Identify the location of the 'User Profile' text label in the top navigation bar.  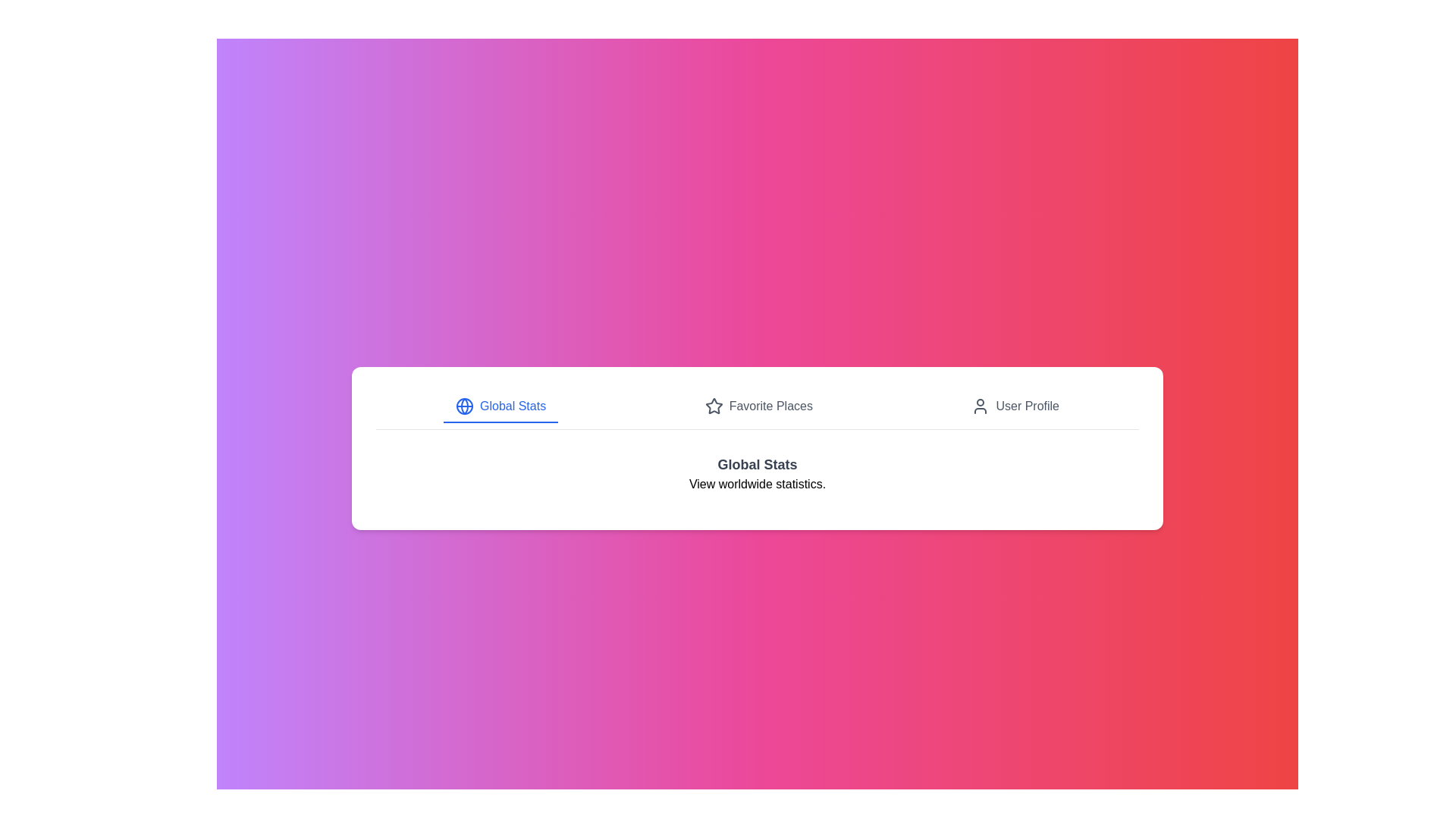
(1028, 405).